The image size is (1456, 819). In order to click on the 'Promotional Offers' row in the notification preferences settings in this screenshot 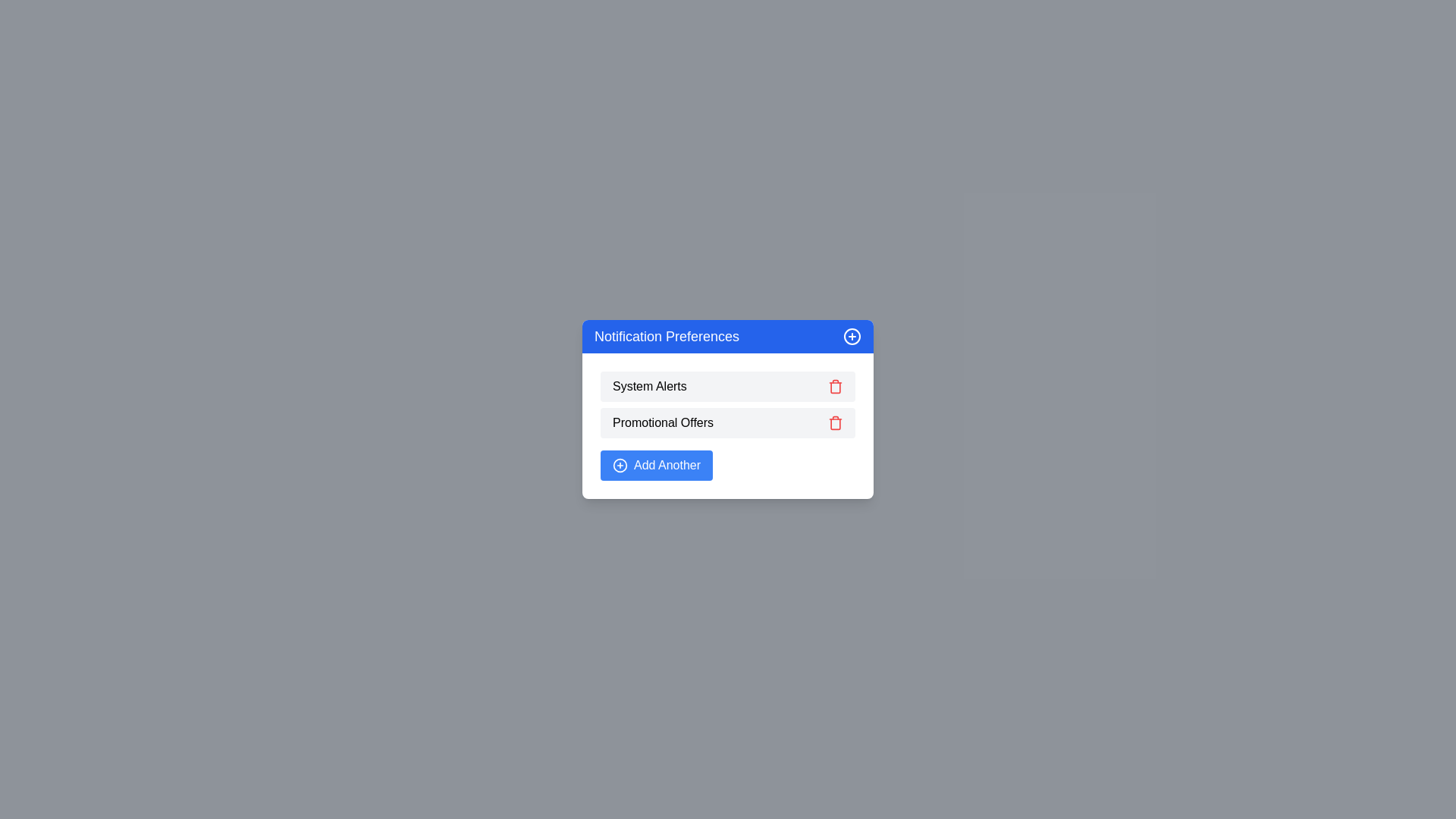, I will do `click(728, 426)`.